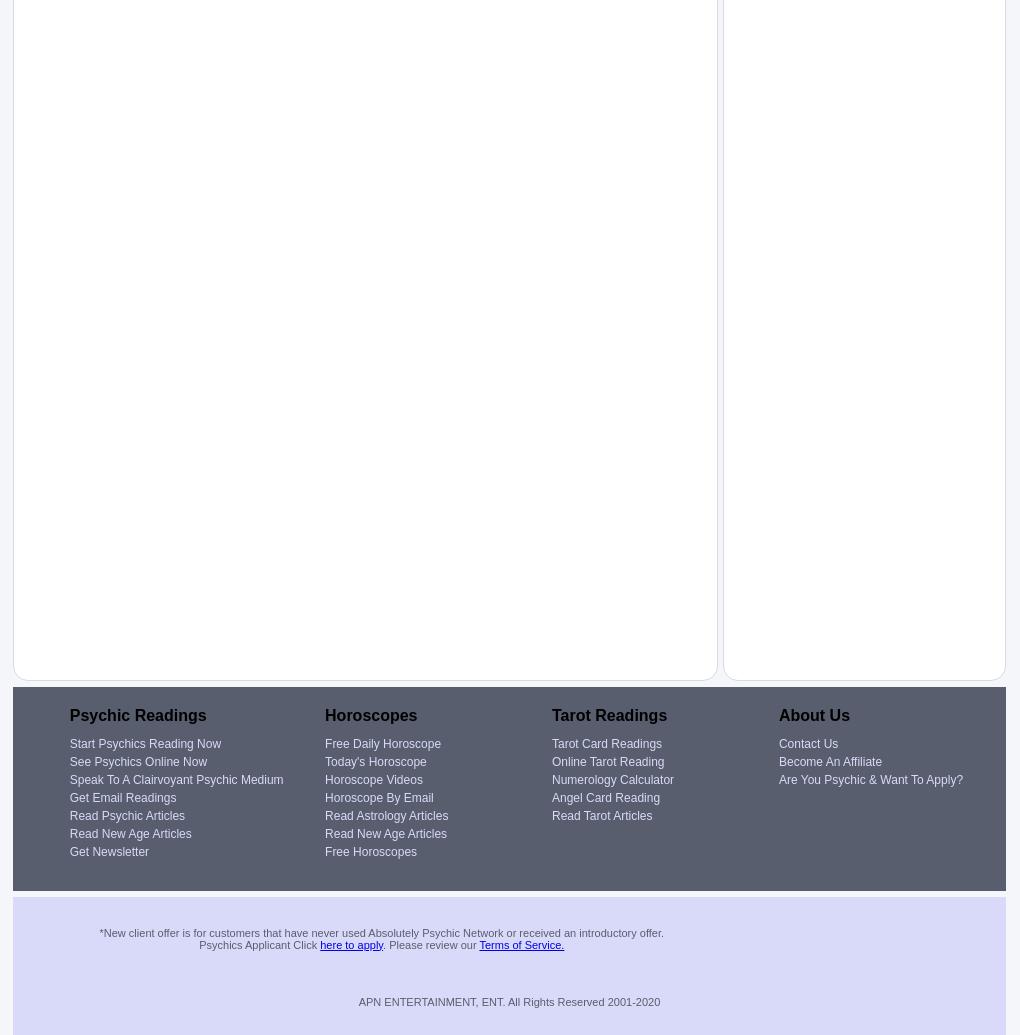  I want to click on 'Horoscope Videos', so click(372, 778).